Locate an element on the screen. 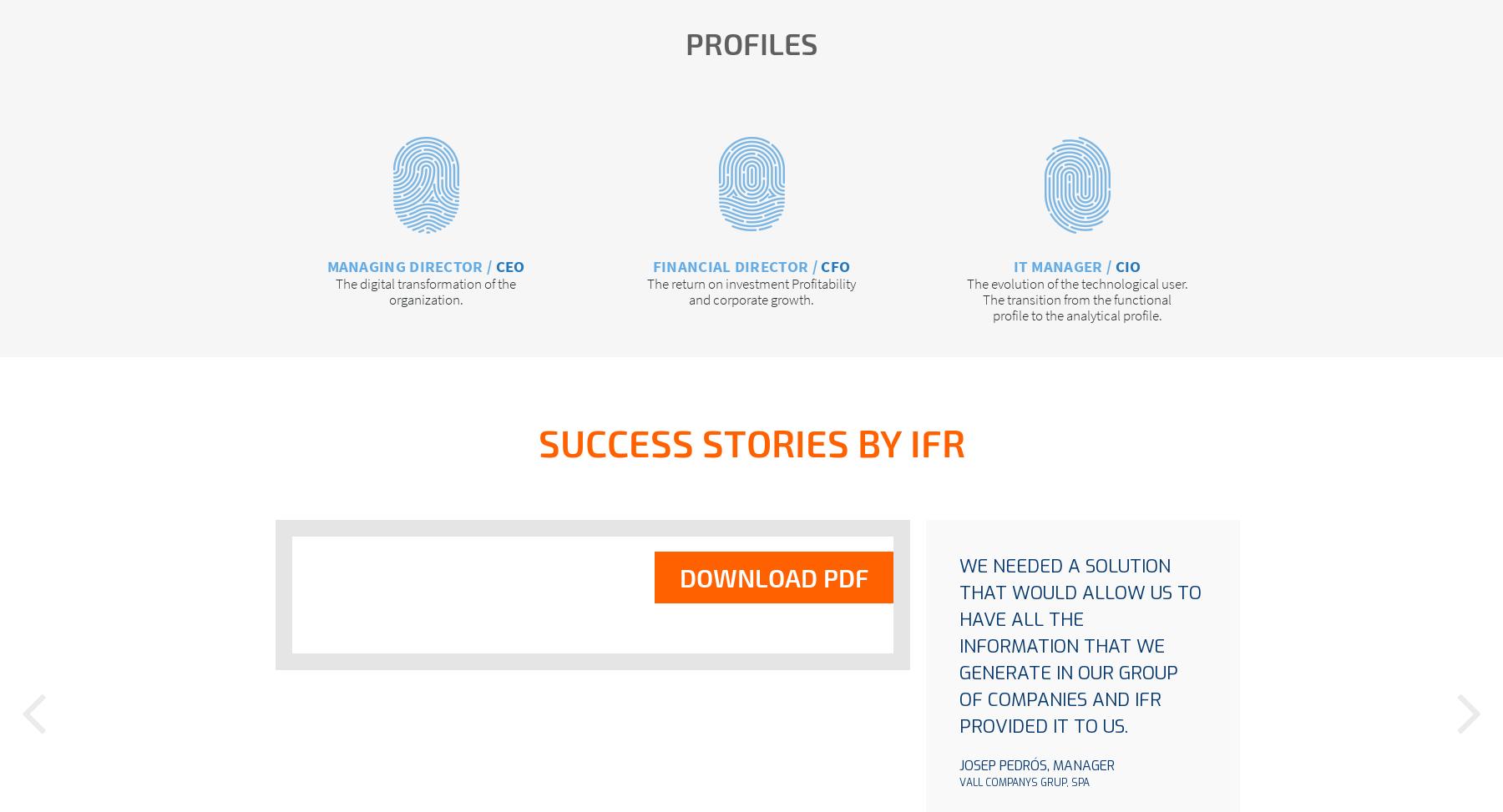  'The return on investment Profitability and corporate growth.' is located at coordinates (751, 290).